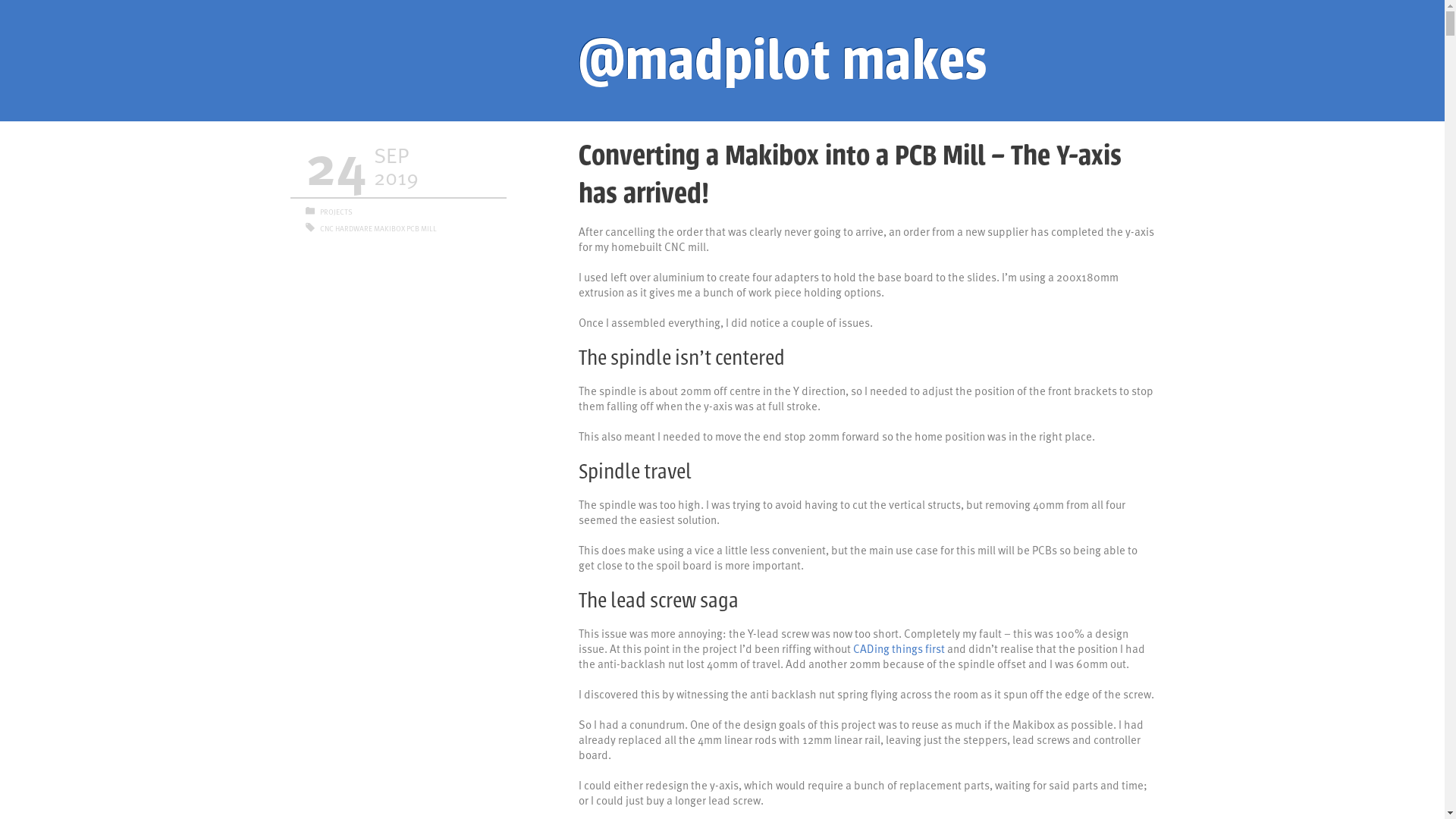 The width and height of the screenshot is (1456, 819). I want to click on 'PROJECTS', so click(319, 211).